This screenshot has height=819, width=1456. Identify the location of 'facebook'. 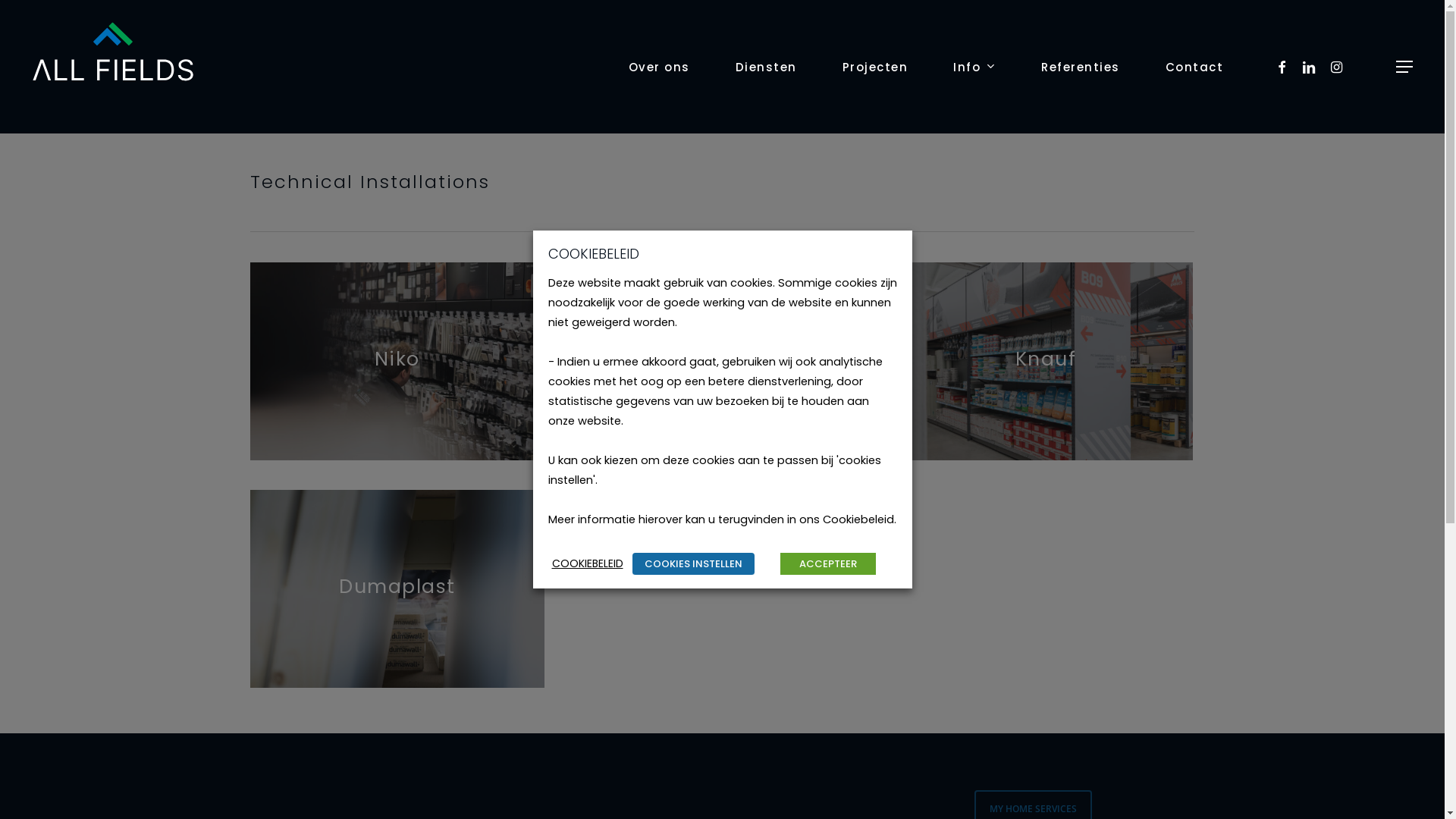
(1281, 66).